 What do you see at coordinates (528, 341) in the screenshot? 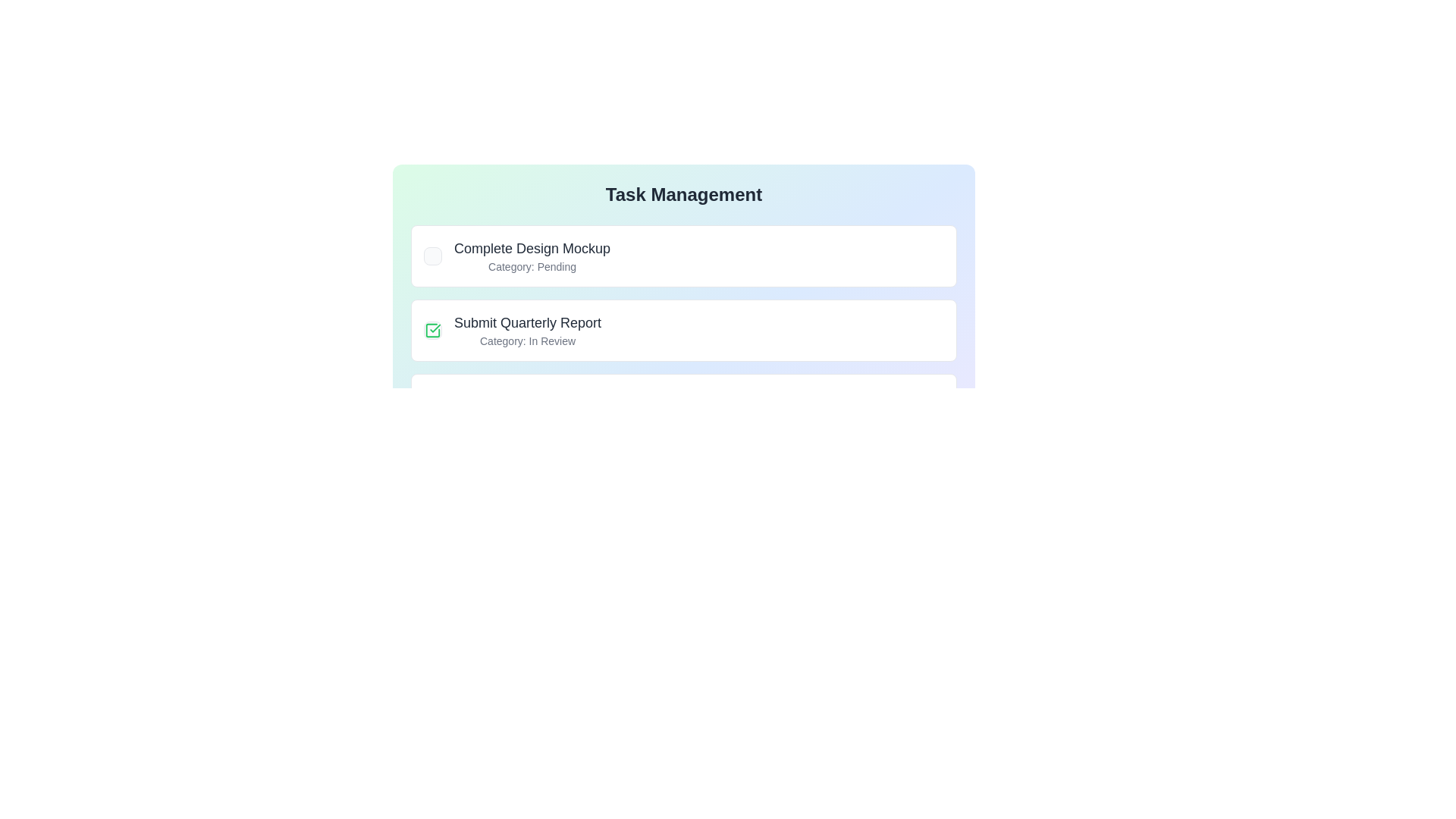
I see `the text label indicating the status of the task 'Submit Quarterly Report', located directly beneath the 'Submit Quarterly Report' heading` at bounding box center [528, 341].